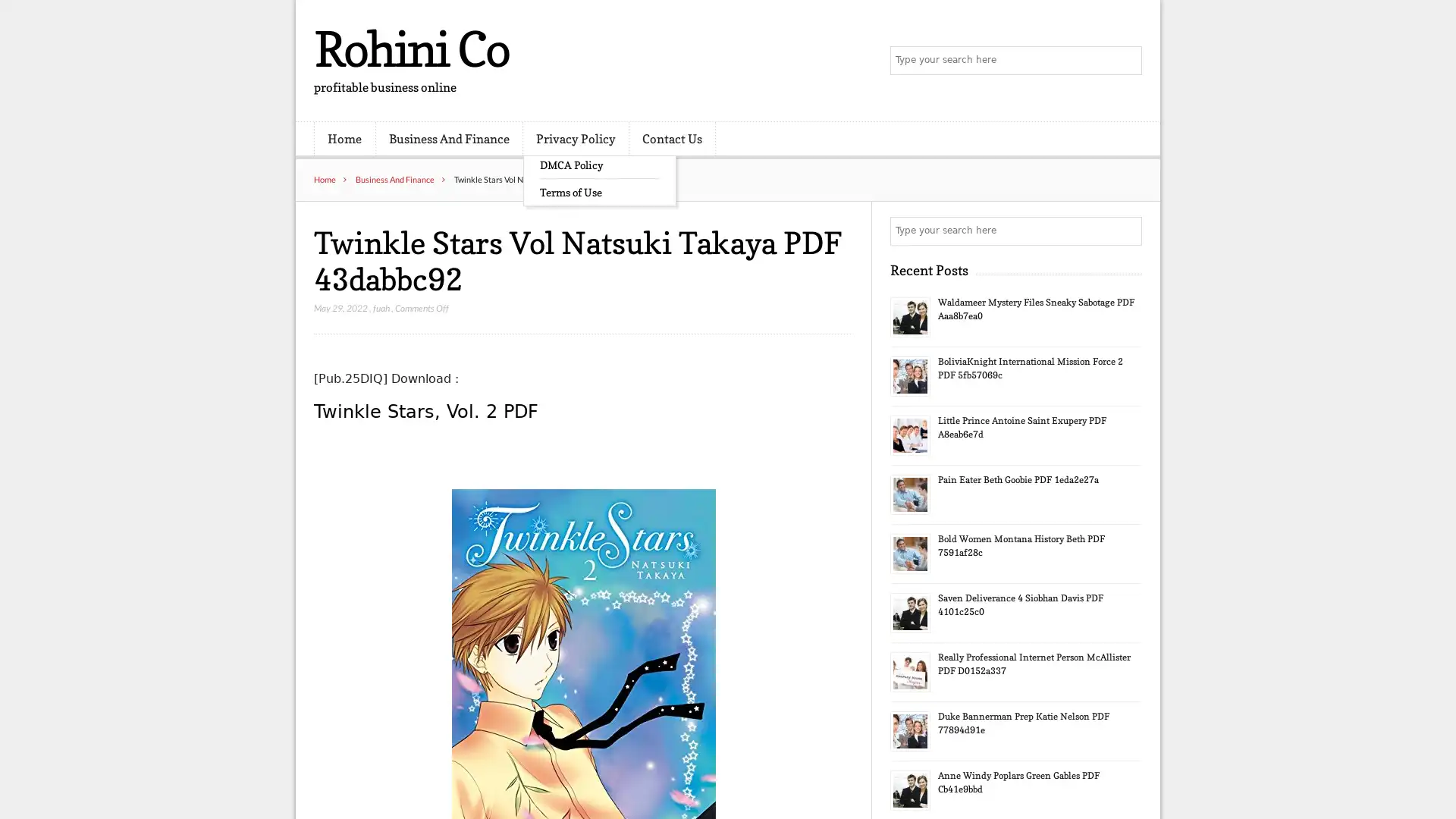  Describe the element at coordinates (1126, 231) in the screenshot. I see `Search` at that location.